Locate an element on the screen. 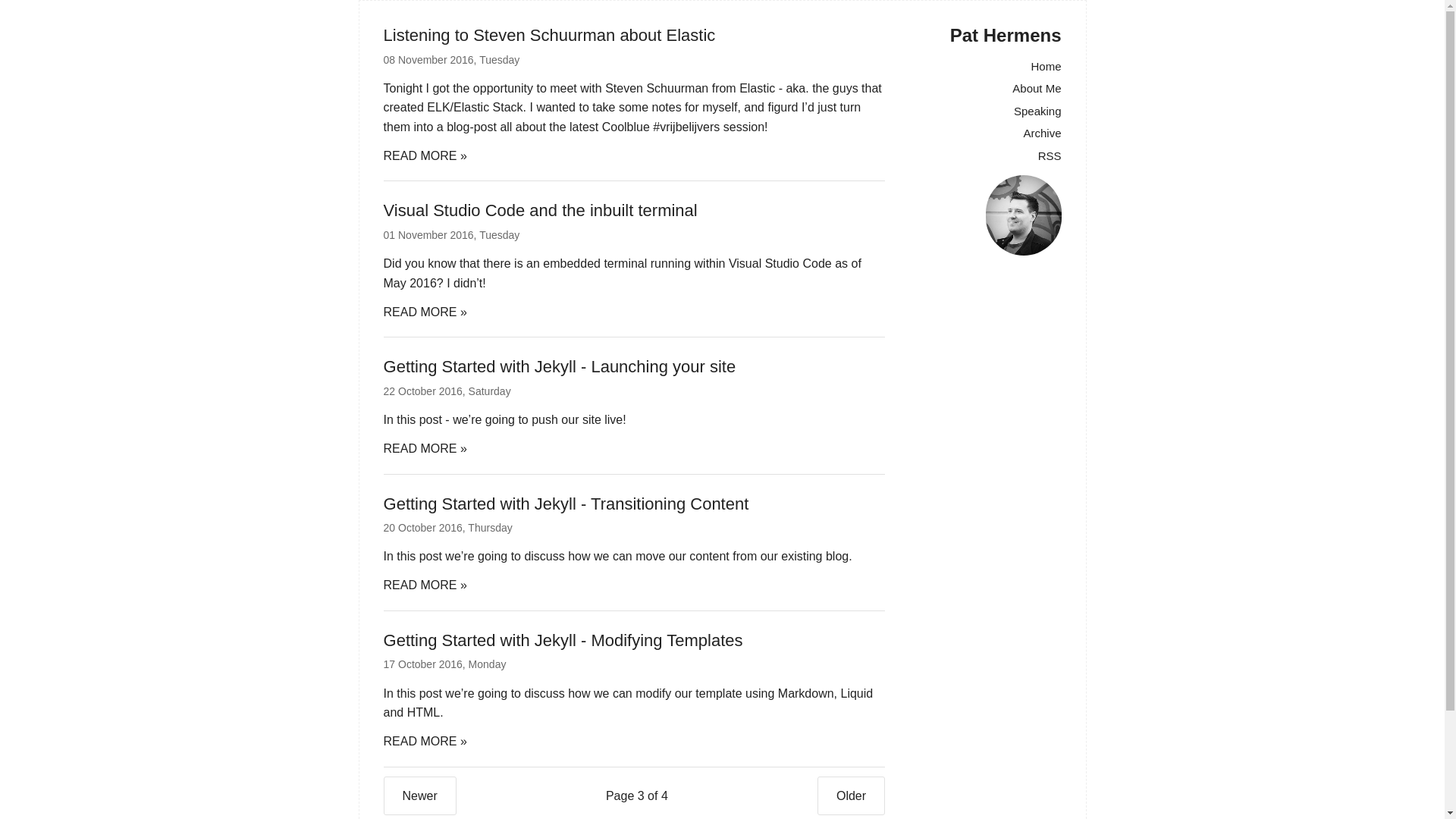 The width and height of the screenshot is (1456, 819). 'Getting Started with Jekyll - Launching your site' is located at coordinates (559, 366).